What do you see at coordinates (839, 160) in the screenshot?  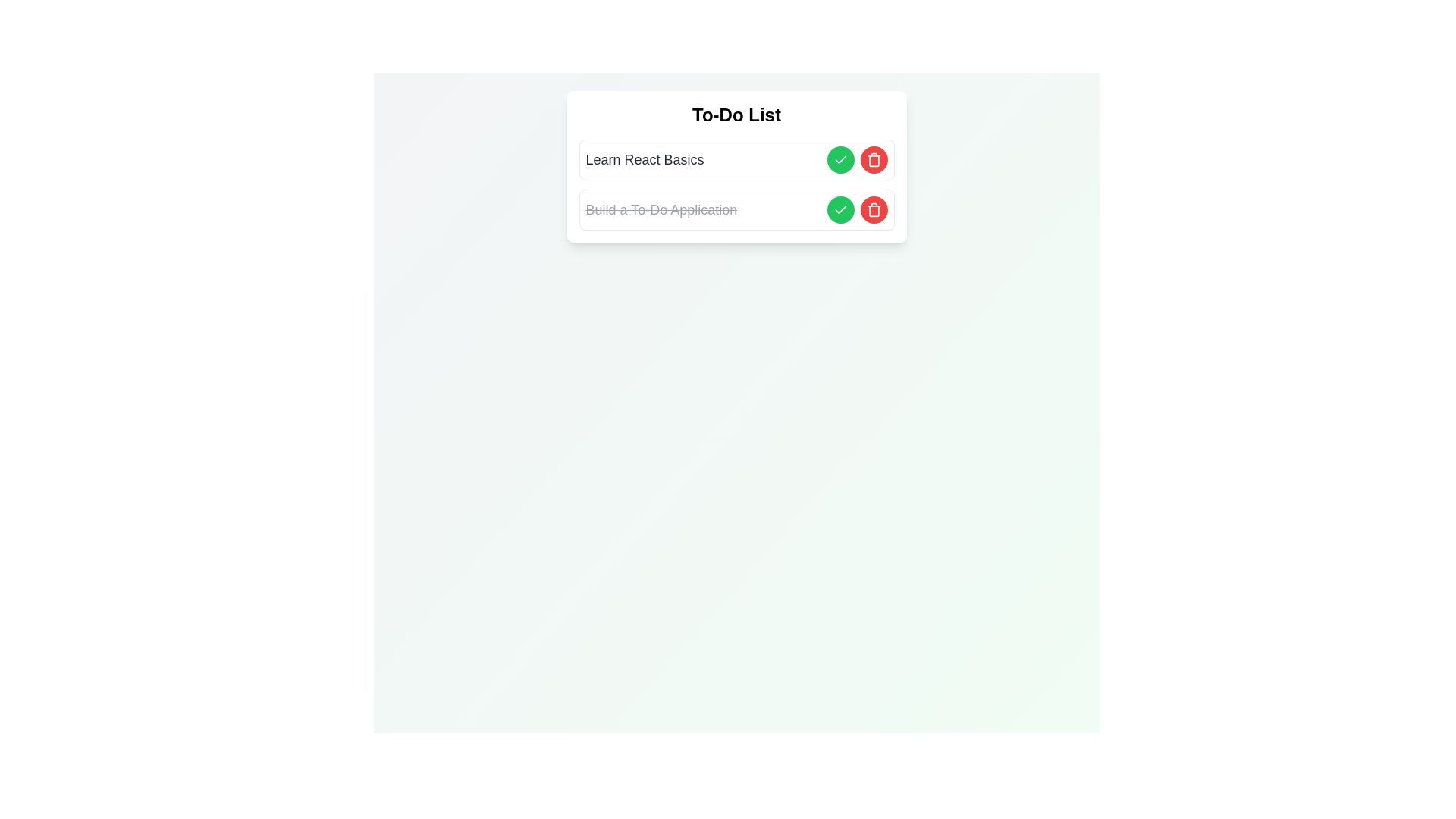 I see `the green circular icon with a white checkmark symbol located to the left of the text 'Build a To-Do Application' to mark the task as completed` at bounding box center [839, 160].